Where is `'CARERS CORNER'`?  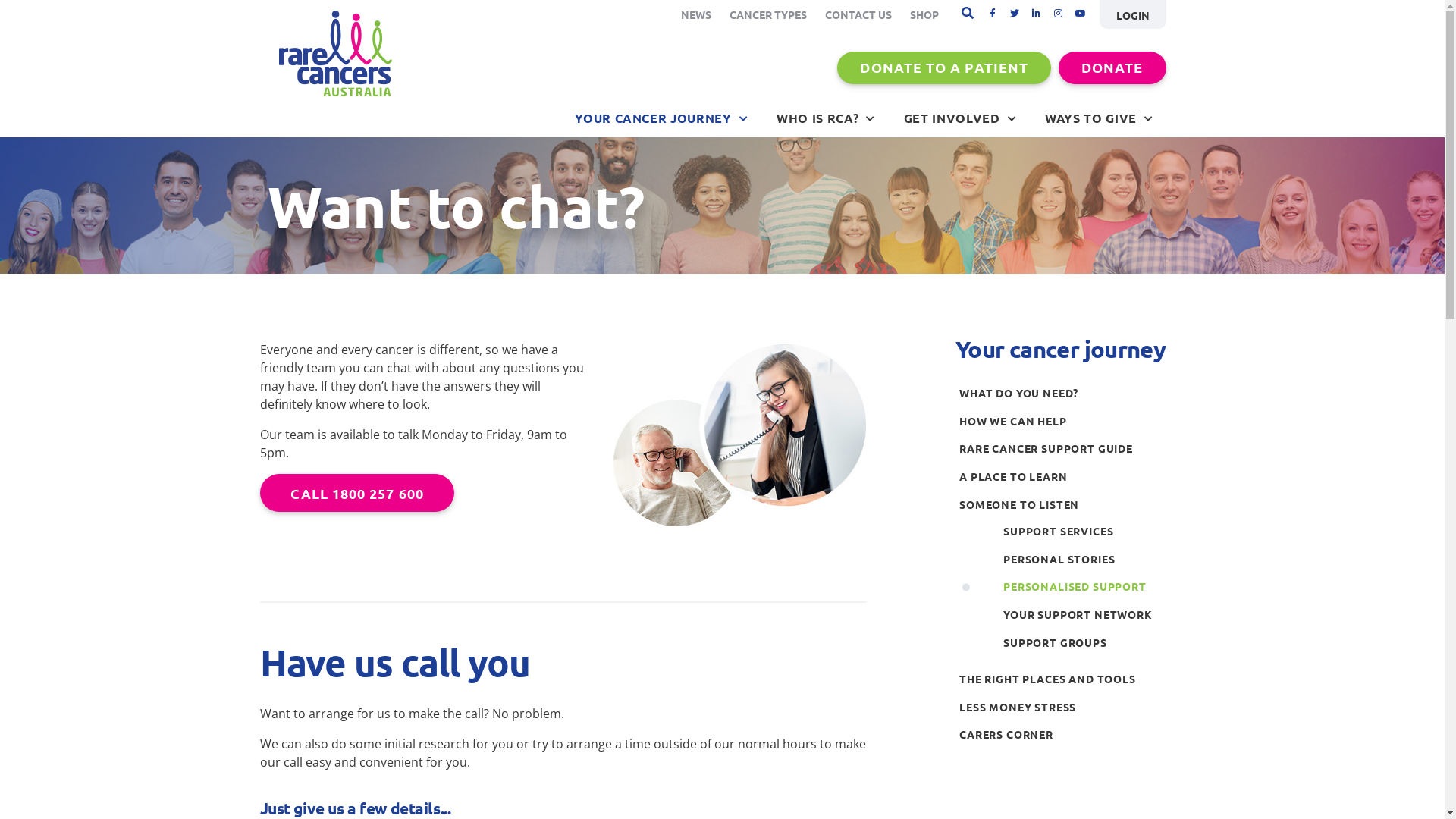 'CARERS CORNER' is located at coordinates (1065, 733).